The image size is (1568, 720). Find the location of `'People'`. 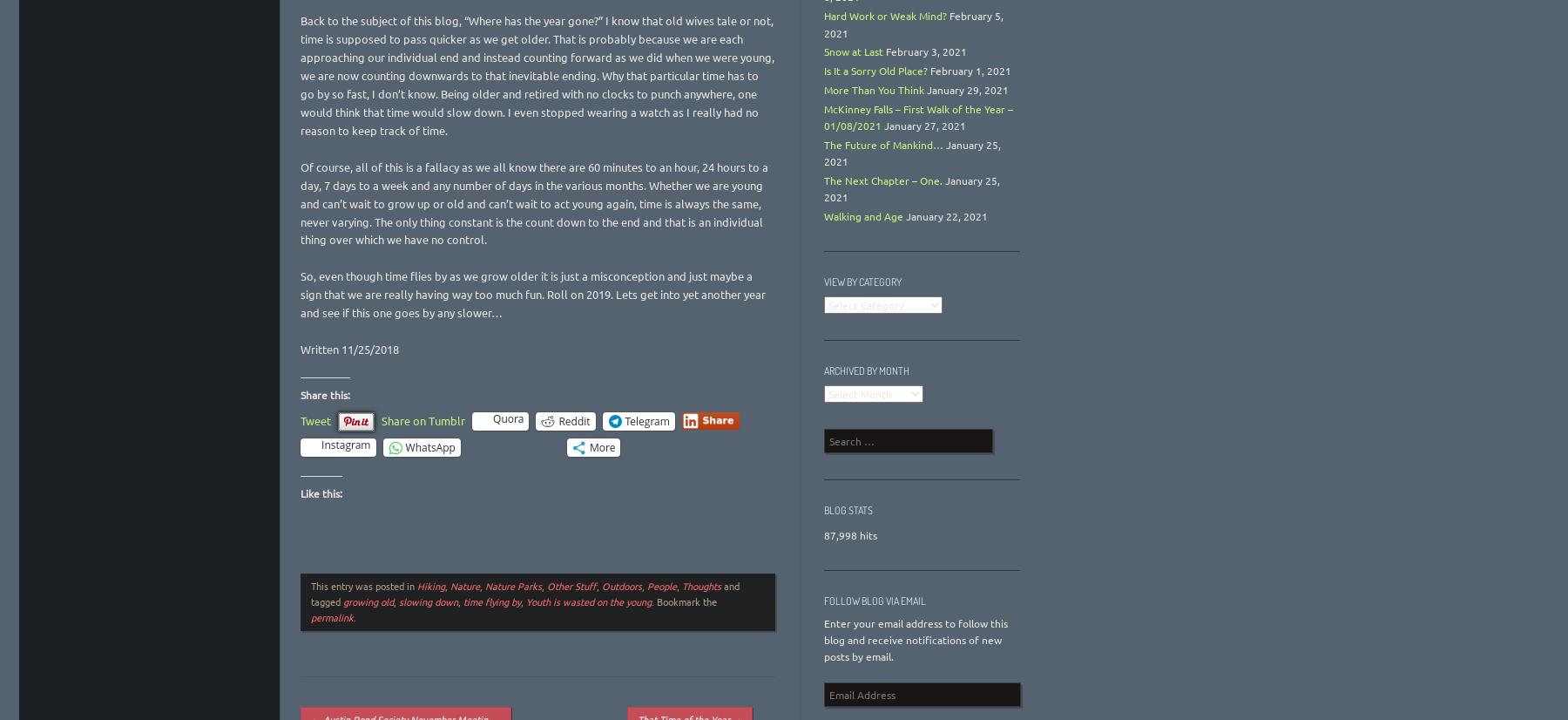

'People' is located at coordinates (660, 586).